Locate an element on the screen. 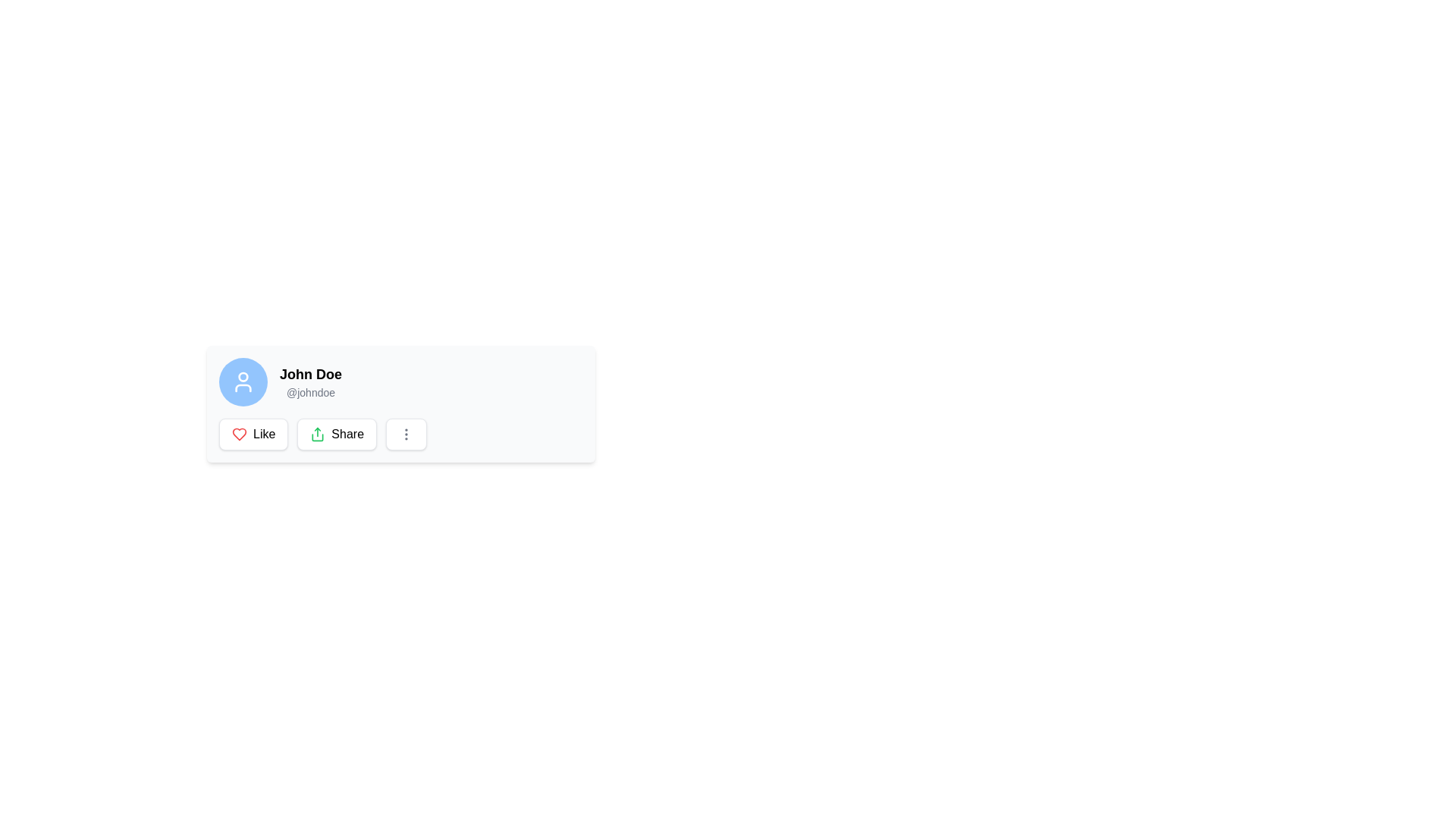 Image resolution: width=1456 pixels, height=819 pixels. the share icon located to the left of the 'Share' text within the button at the bottom center of the card layout is located at coordinates (317, 435).